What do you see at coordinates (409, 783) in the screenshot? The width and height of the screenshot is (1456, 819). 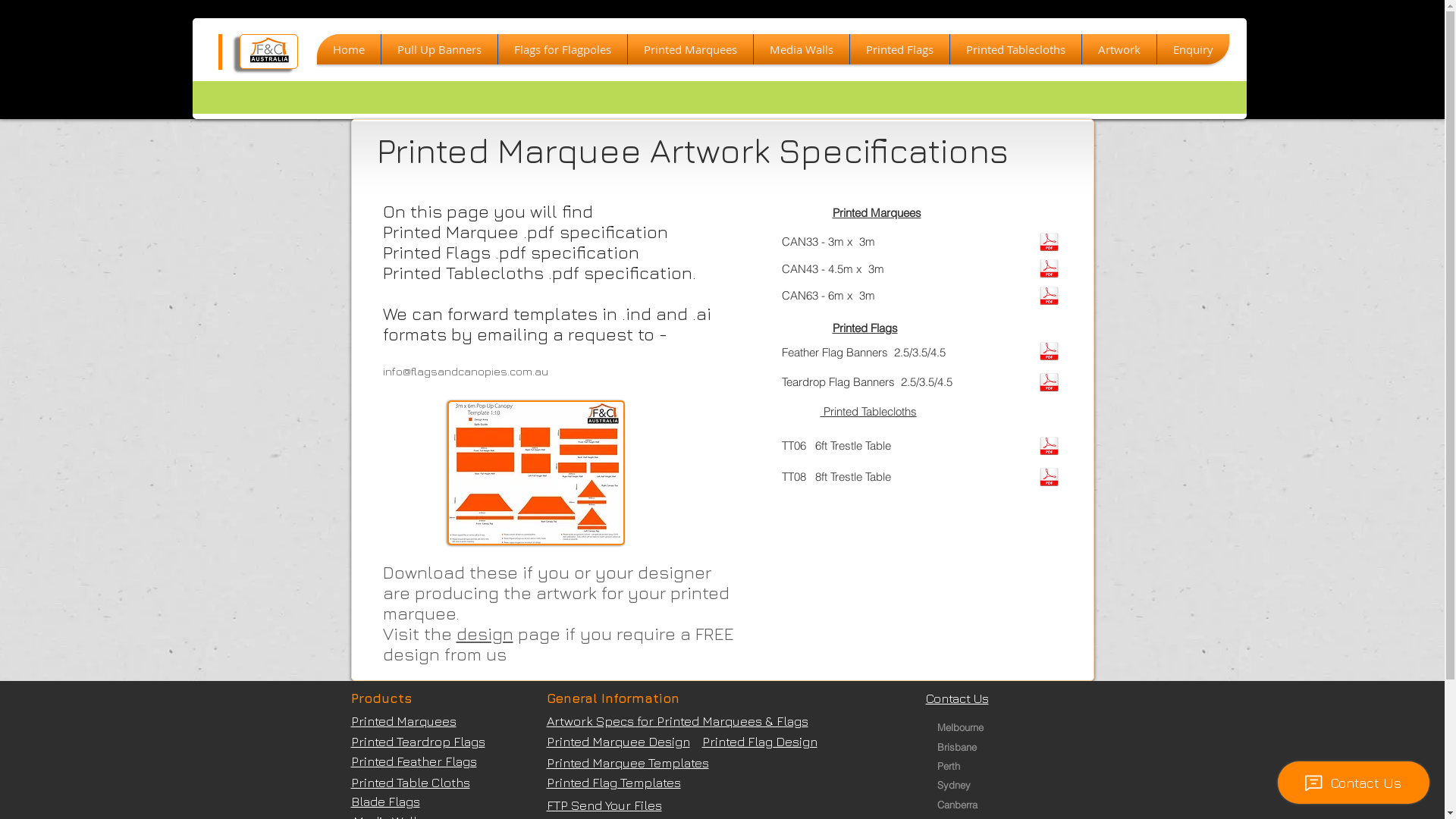 I see `'Printed Table Cloths'` at bounding box center [409, 783].